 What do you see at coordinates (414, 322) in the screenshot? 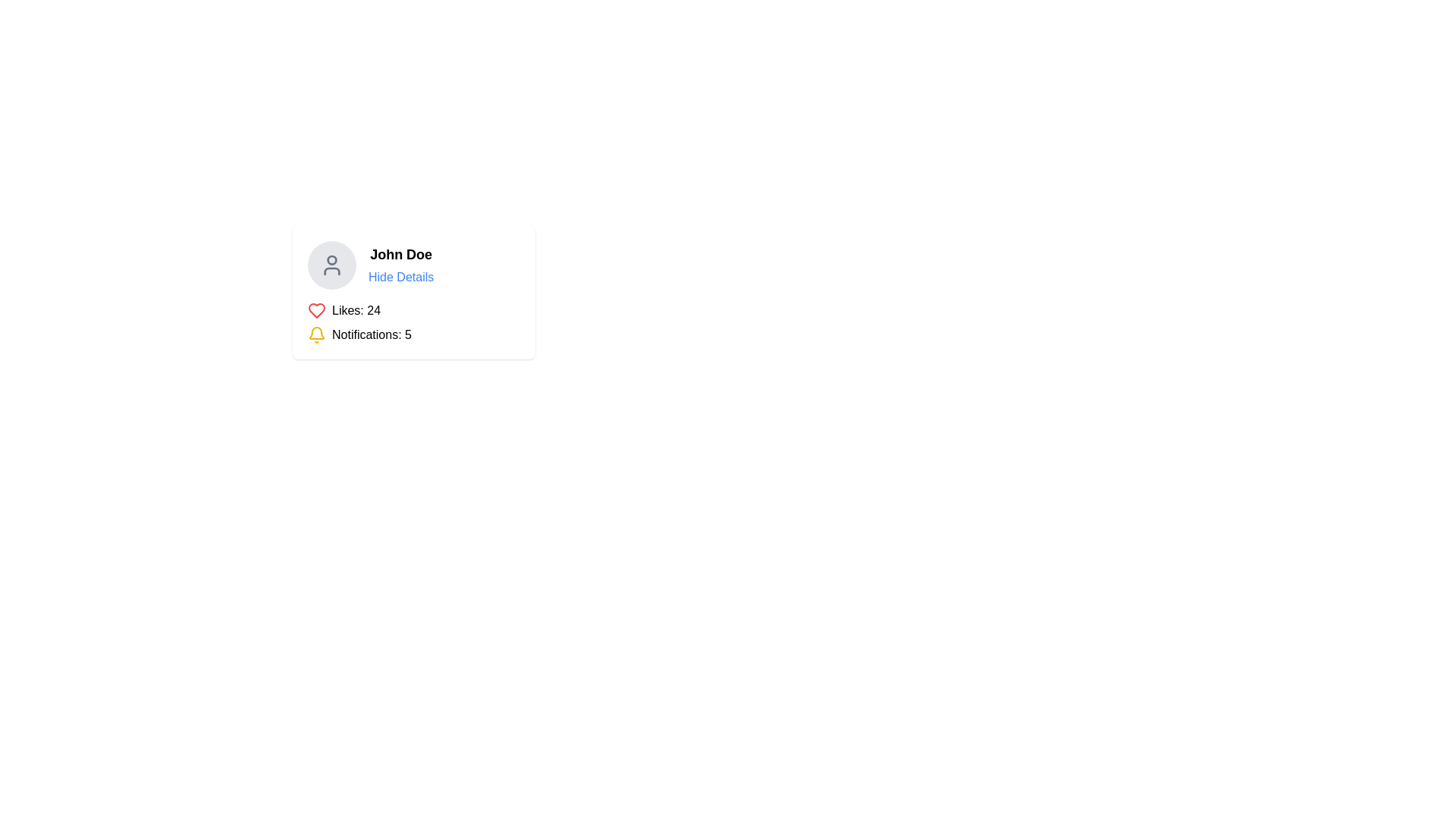
I see `displayed metrics on the Composite informational display located at the bottom center of the profile information card, which shows the number of likes and notifications` at bounding box center [414, 322].